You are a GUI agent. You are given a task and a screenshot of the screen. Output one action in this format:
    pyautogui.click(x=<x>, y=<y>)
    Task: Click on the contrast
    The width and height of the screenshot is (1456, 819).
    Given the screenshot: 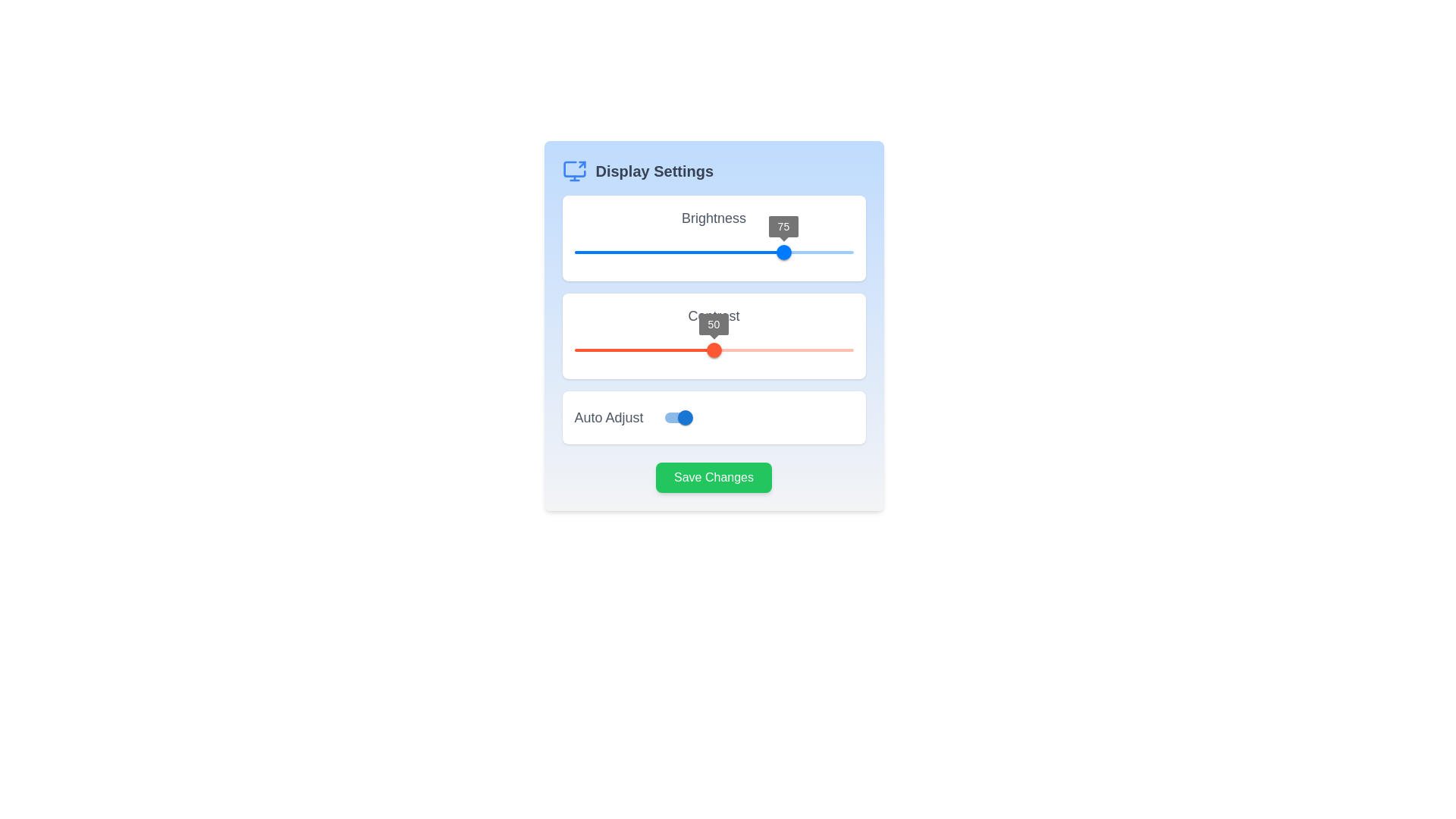 What is the action you would take?
    pyautogui.click(x=671, y=350)
    